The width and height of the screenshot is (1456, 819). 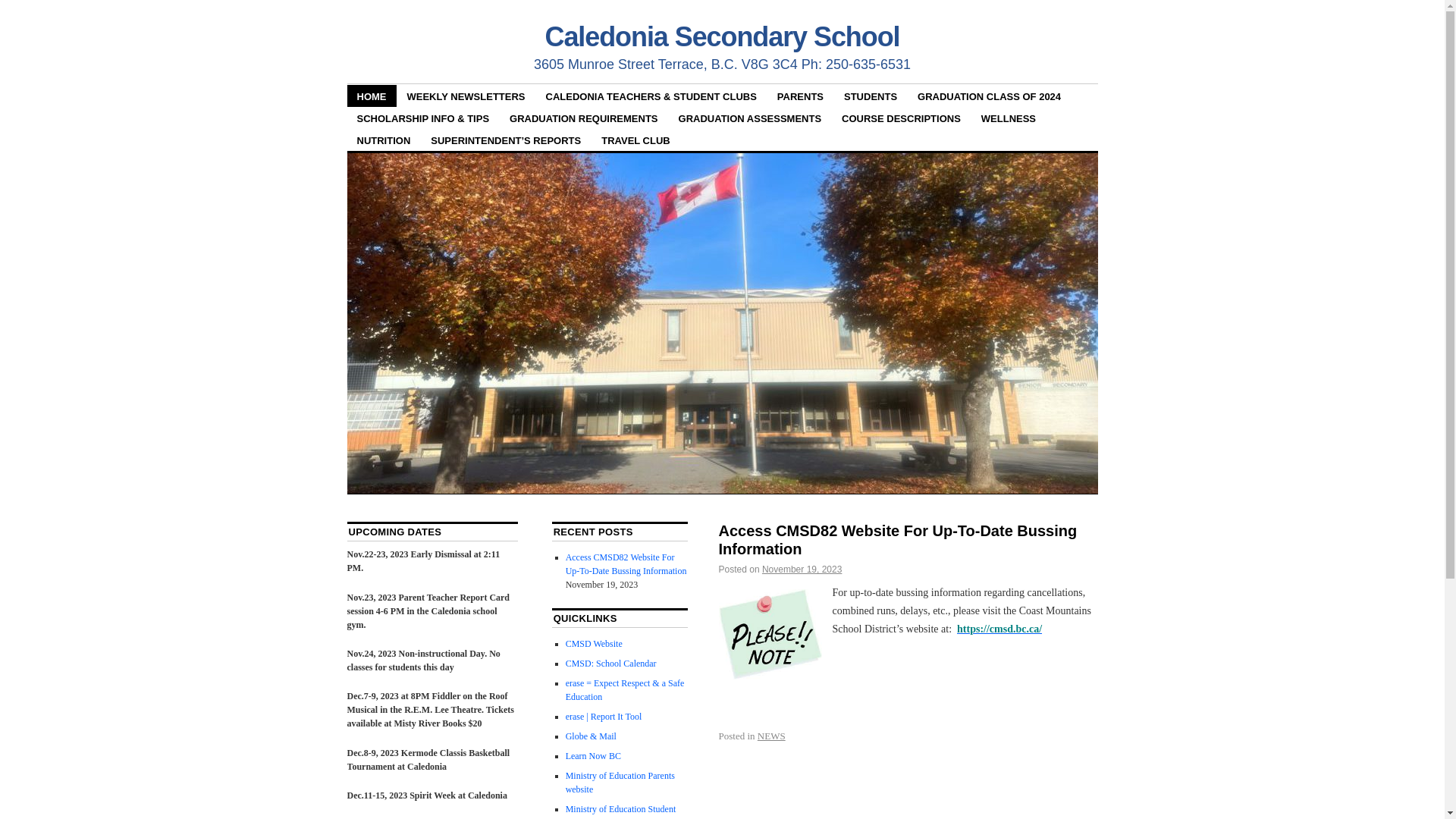 What do you see at coordinates (771, 735) in the screenshot?
I see `'NEWS'` at bounding box center [771, 735].